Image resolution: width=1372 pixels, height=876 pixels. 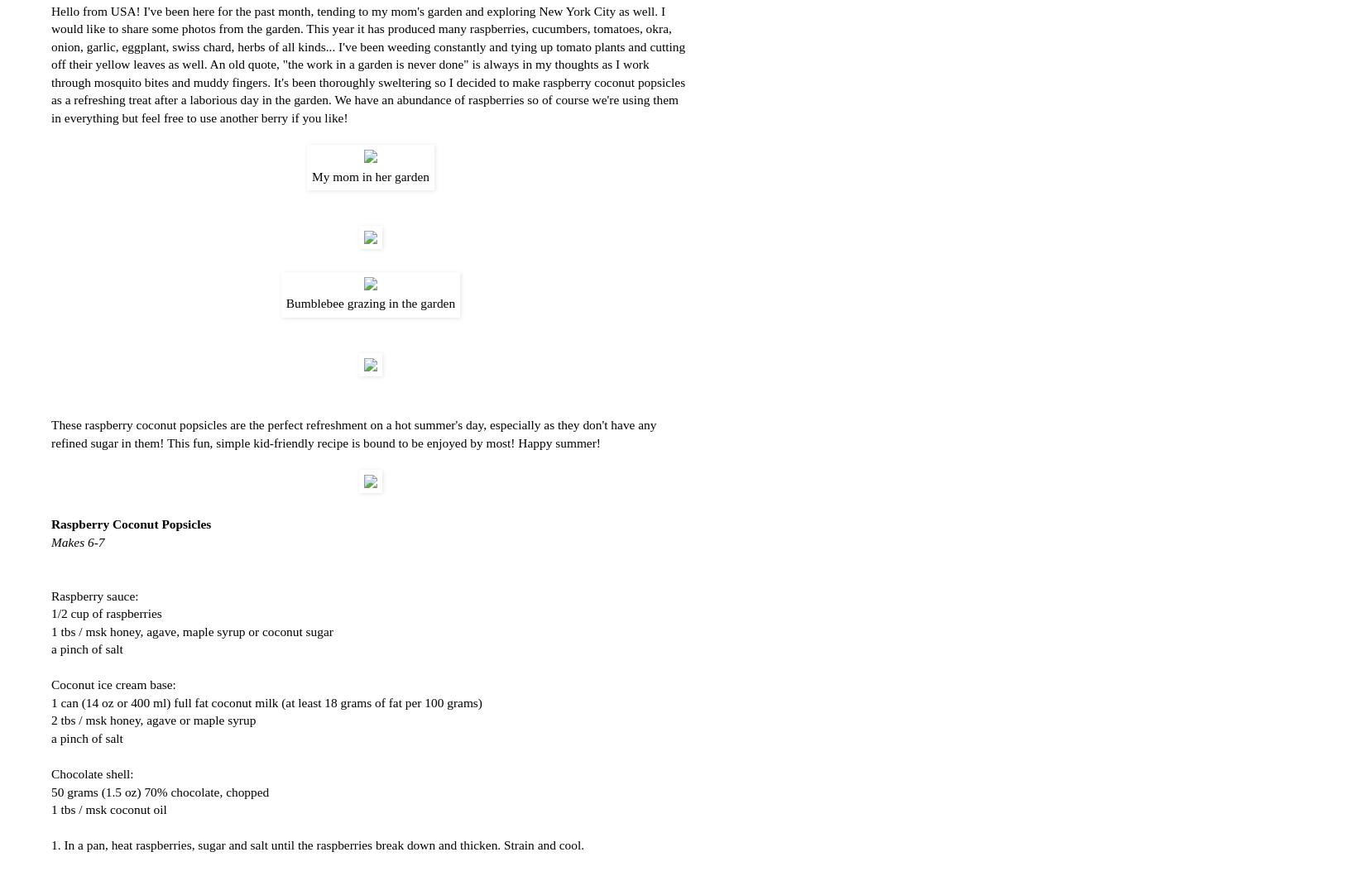 I want to click on 'Raspberry sauce:', so click(x=94, y=595).